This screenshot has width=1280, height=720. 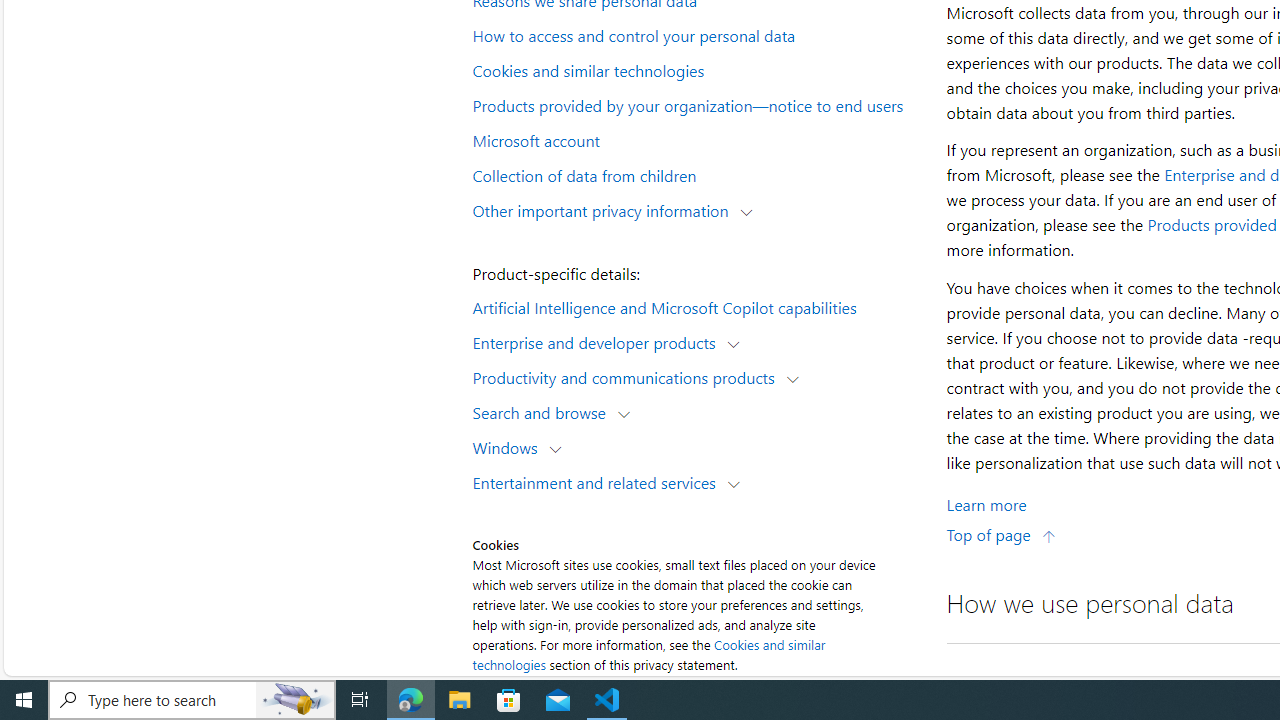 What do you see at coordinates (696, 173) in the screenshot?
I see `'Collection of data from children'` at bounding box center [696, 173].